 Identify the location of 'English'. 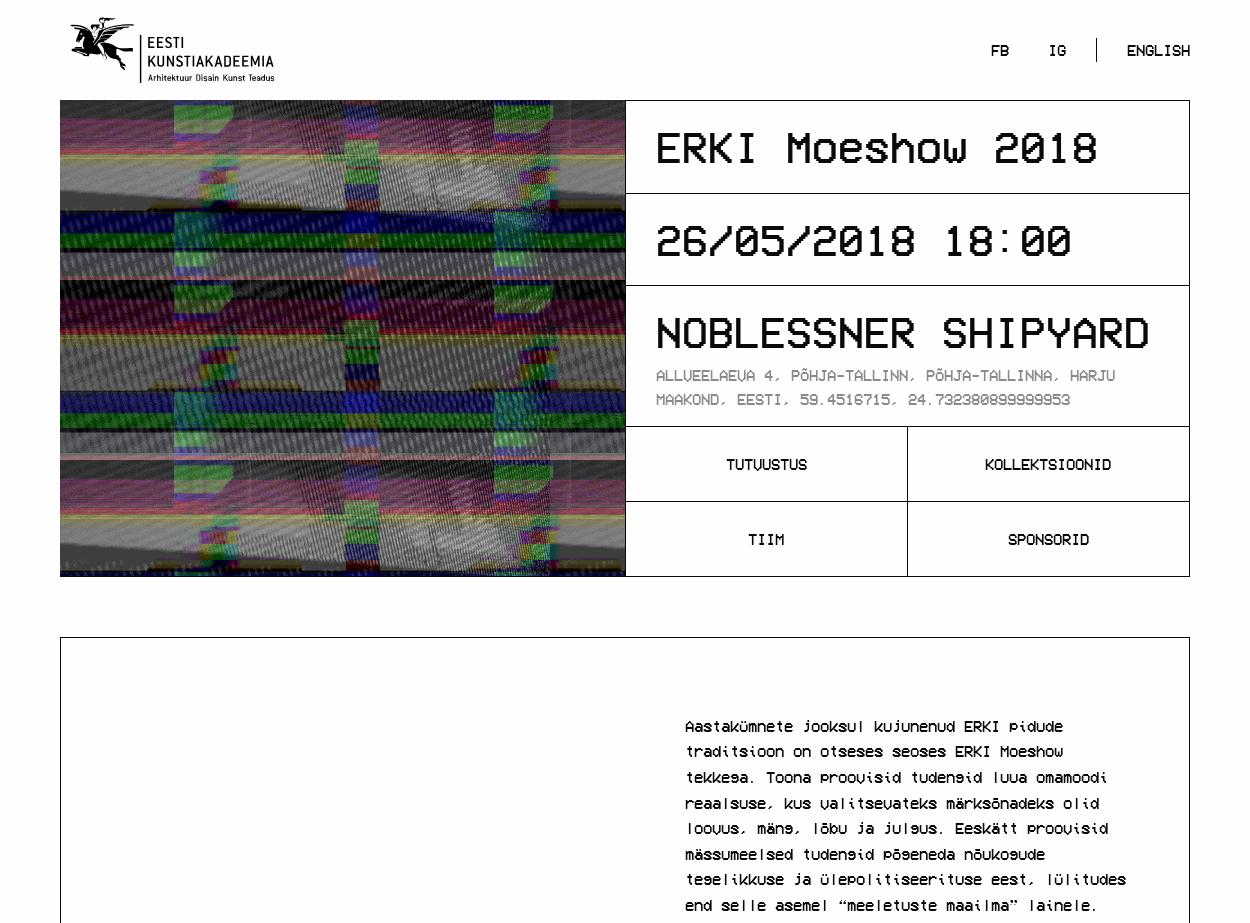
(1157, 50).